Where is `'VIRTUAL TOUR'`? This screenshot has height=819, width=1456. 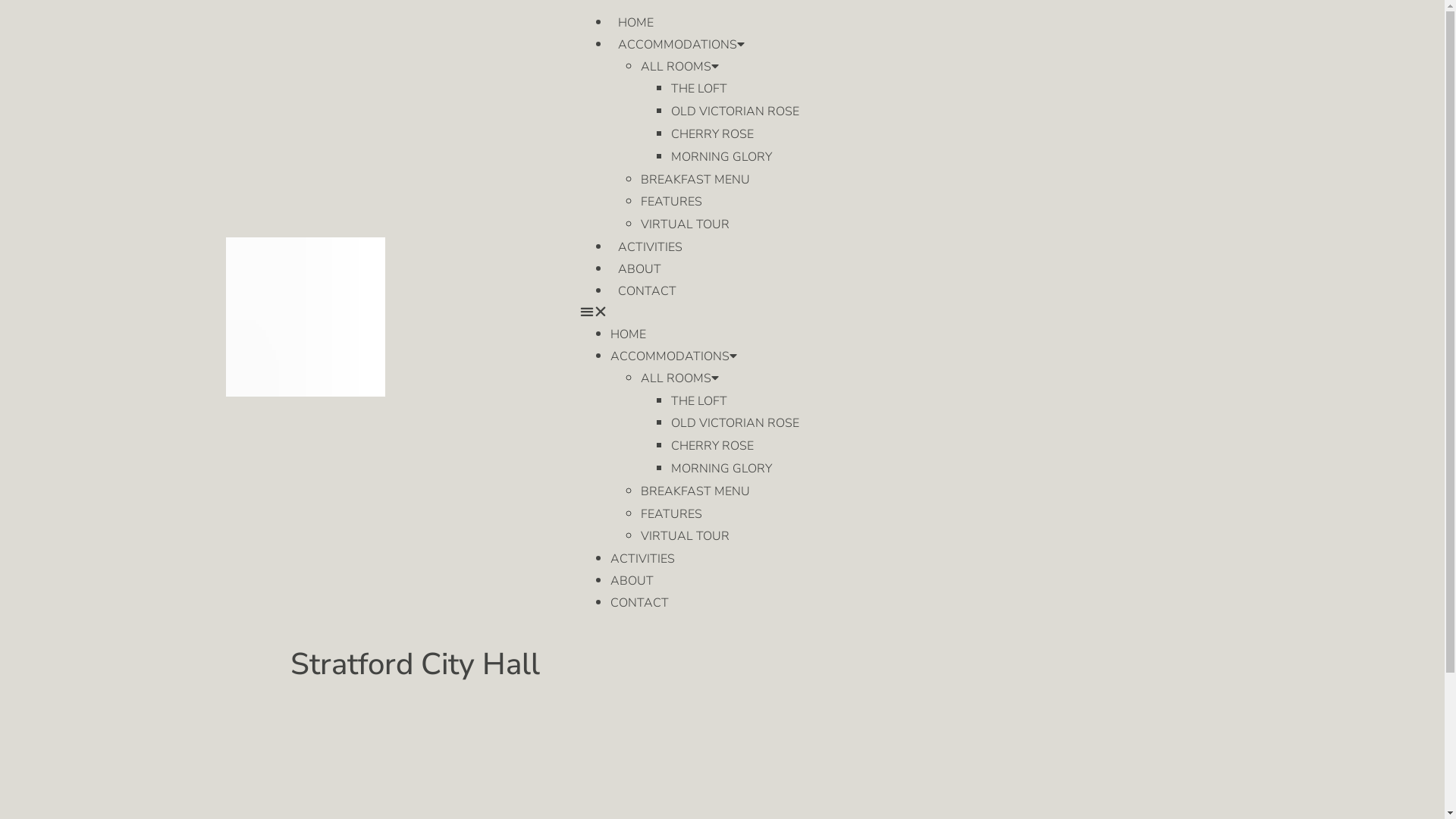
'VIRTUAL TOUR' is located at coordinates (684, 535).